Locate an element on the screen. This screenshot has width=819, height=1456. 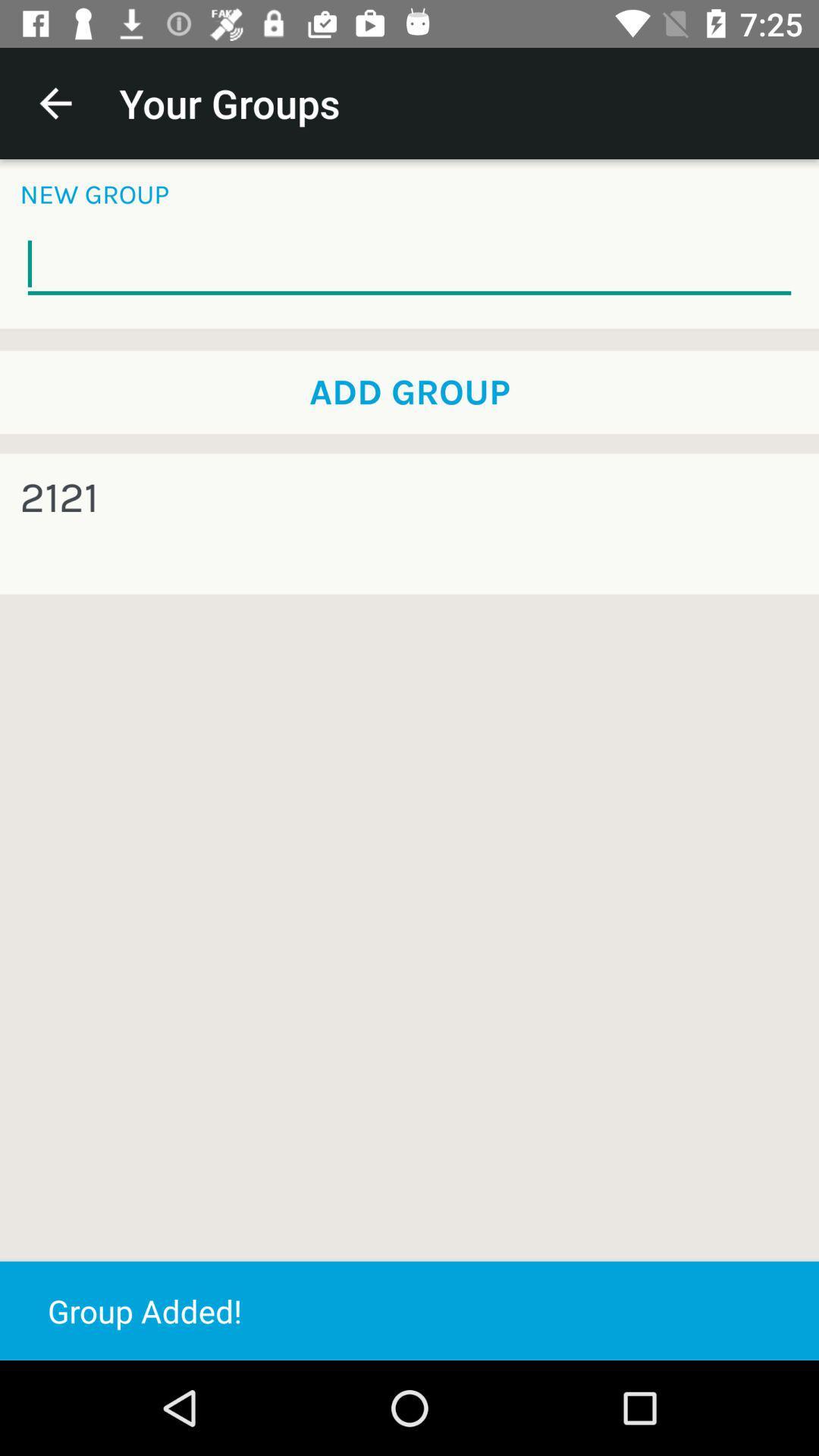
app next to your groups is located at coordinates (55, 102).